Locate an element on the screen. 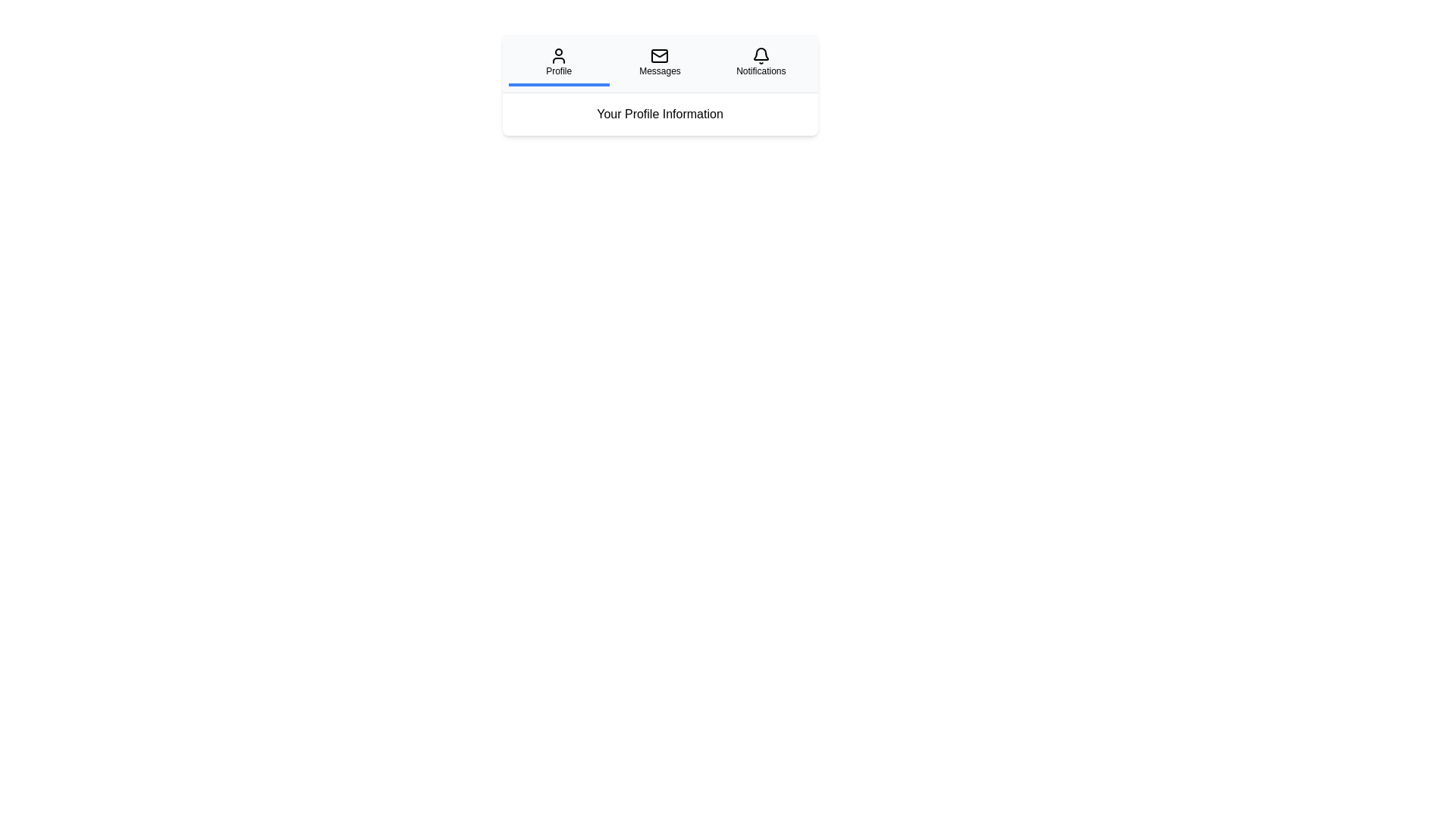 The image size is (1456, 819). the text block displaying 'Your Profile Information' located centrally below the navigation bar is located at coordinates (660, 113).